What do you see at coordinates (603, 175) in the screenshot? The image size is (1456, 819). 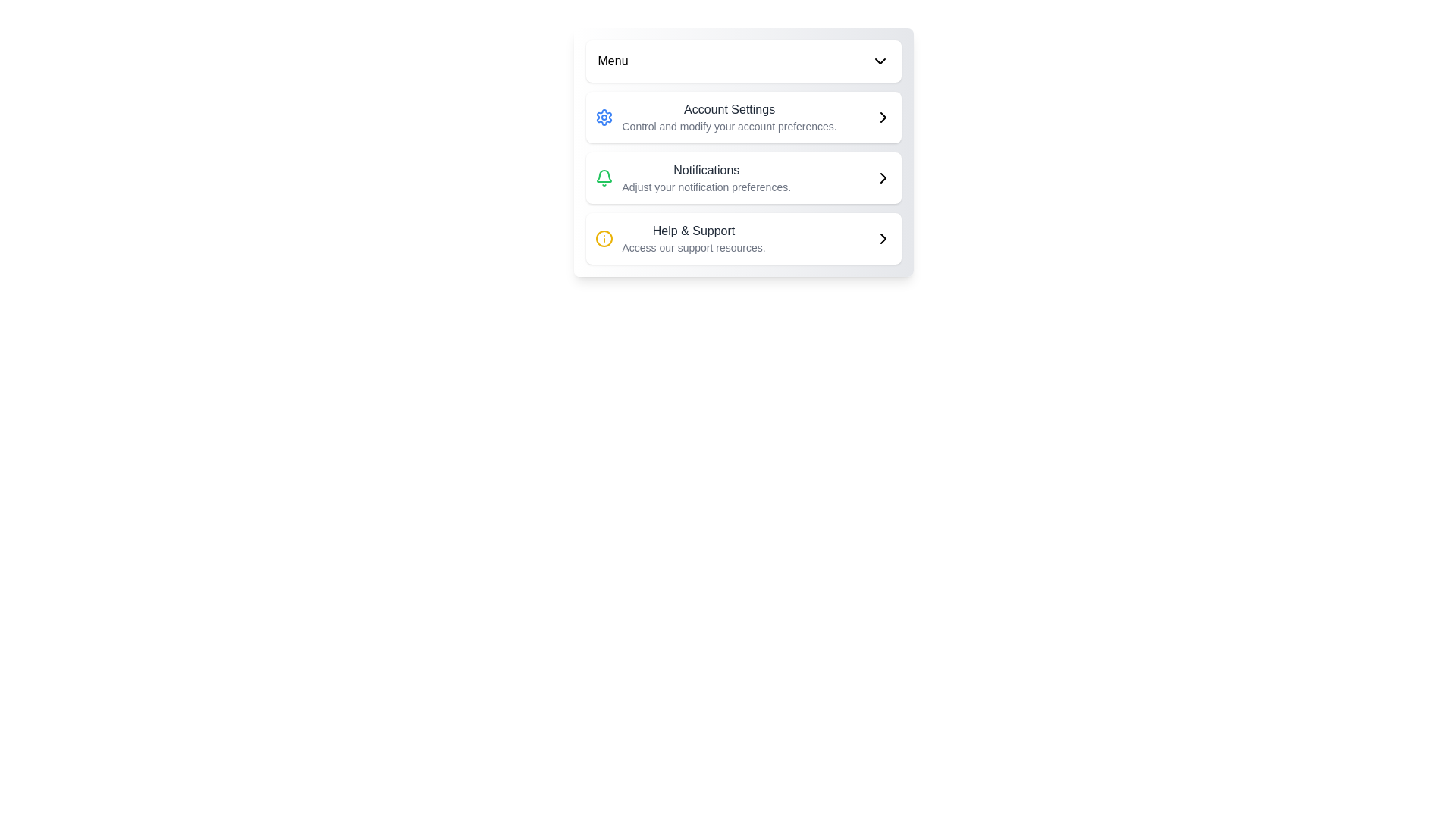 I see `the green outlined bell icon representing notifications, located in the second row of the menu, above Help & Support` at bounding box center [603, 175].